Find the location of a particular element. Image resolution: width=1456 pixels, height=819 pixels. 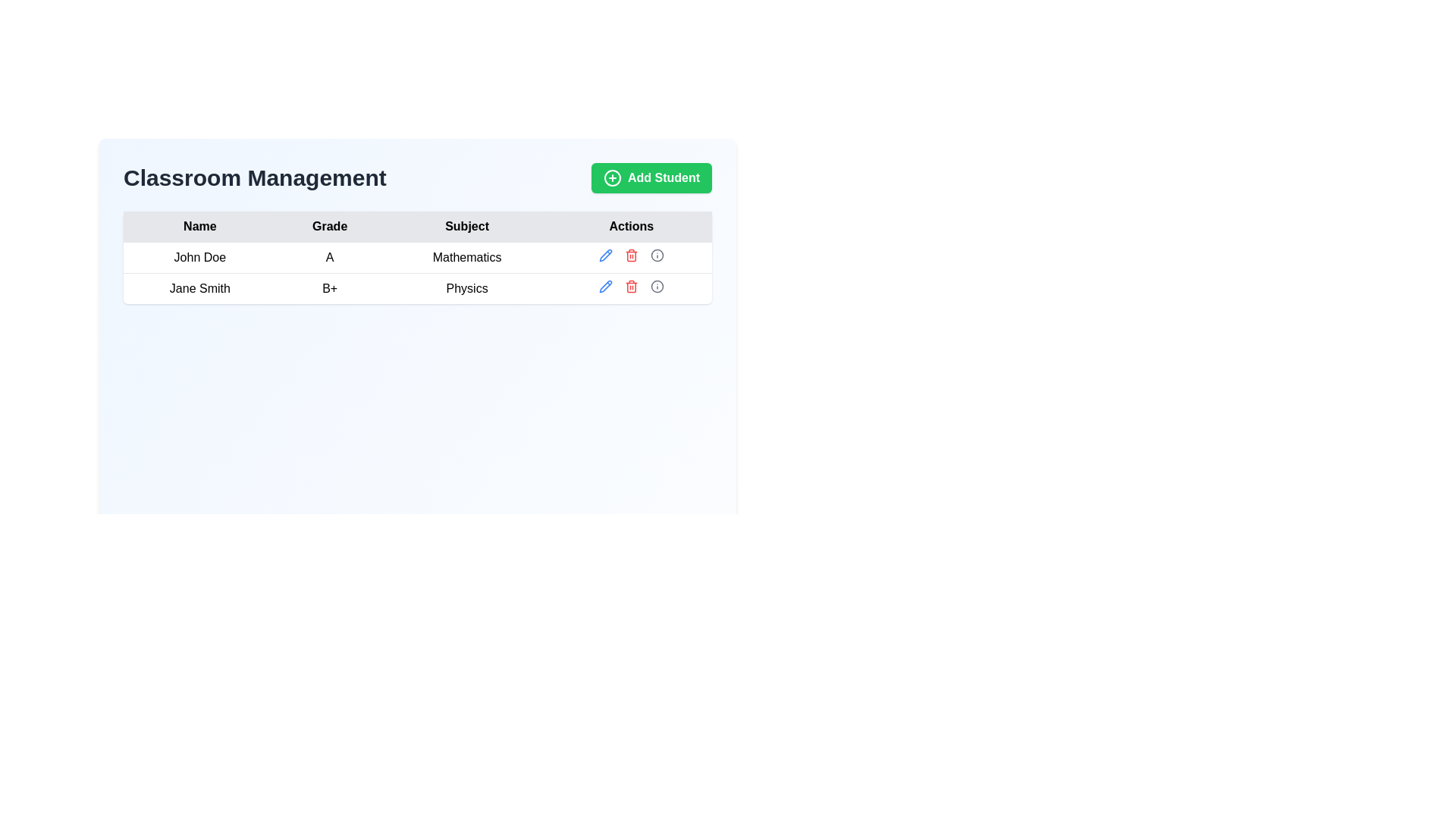

the 'Name' text label which is a bold, light gray rectangular area at the top-left of the table header is located at coordinates (199, 227).